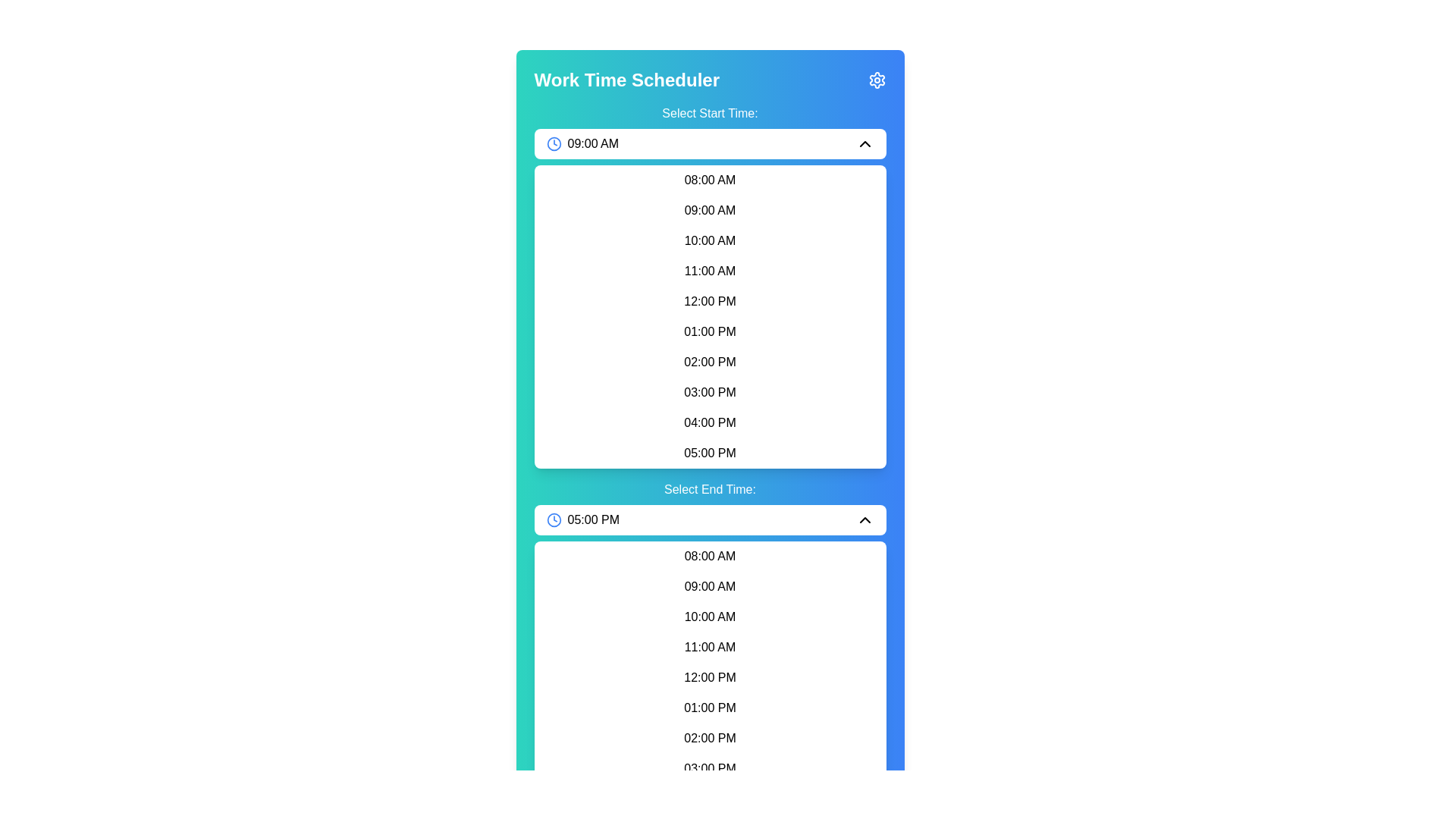 This screenshot has width=1456, height=819. I want to click on the selectable time slot displaying '11:00 AM', which is the fourth item in a vertical list below the 'Select End Time:' label, so click(709, 647).